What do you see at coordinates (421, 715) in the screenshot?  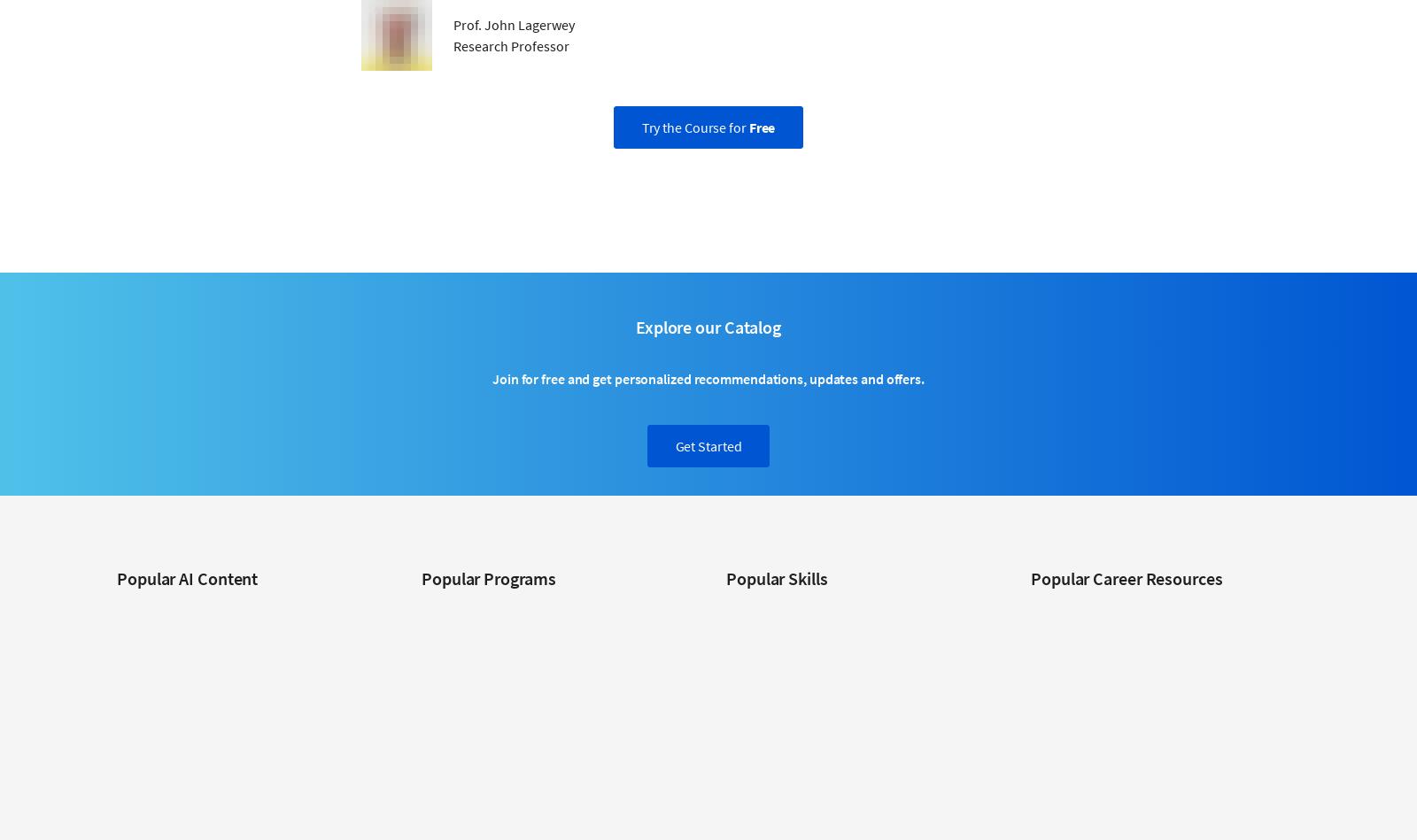 I see `'Google IT Automation with Python Professional Certificate'` at bounding box center [421, 715].